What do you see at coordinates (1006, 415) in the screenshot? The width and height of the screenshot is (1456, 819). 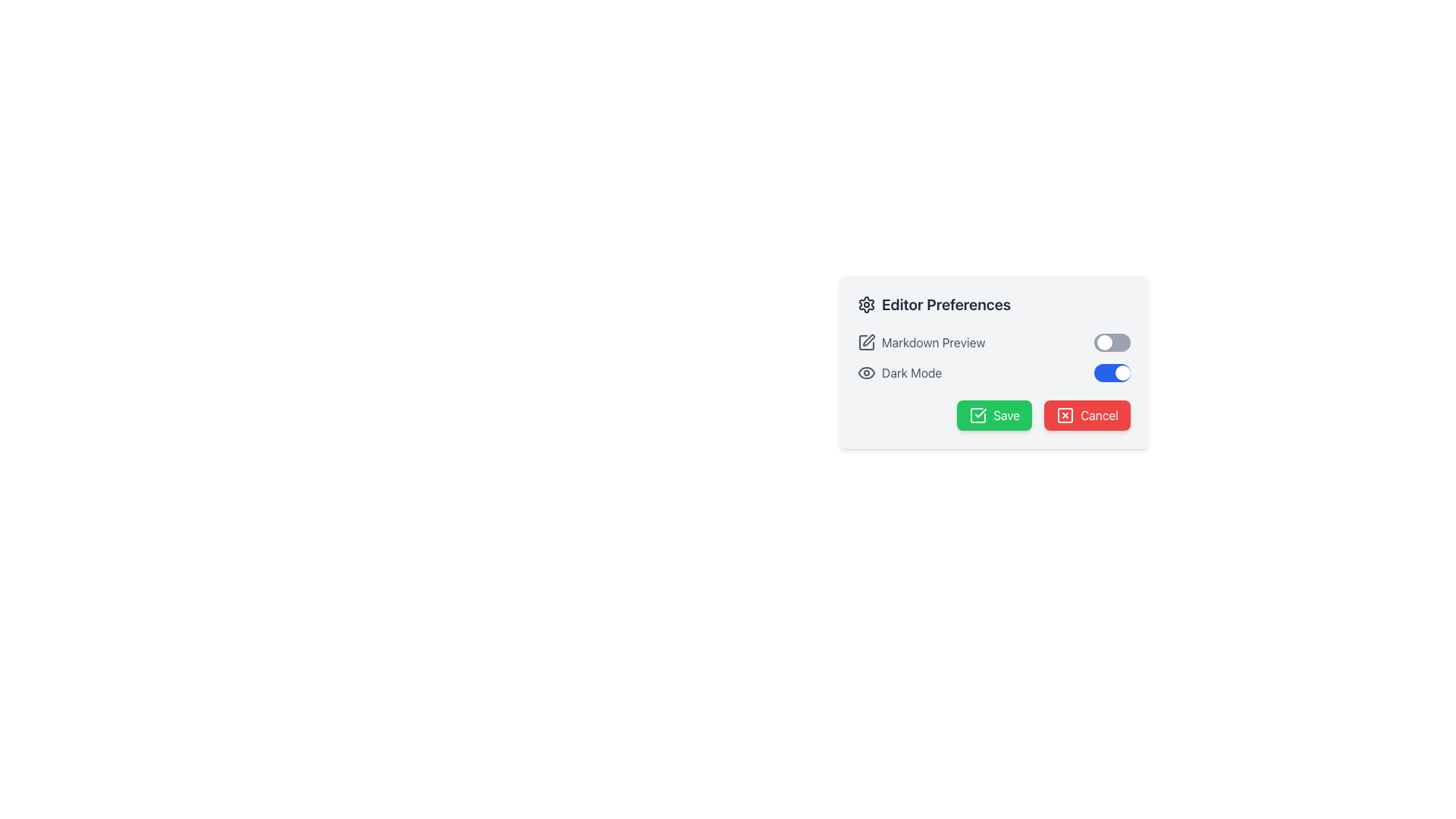 I see `the 'Save' text label of the button located at the bottom of the 'Editor Preferences' modal` at bounding box center [1006, 415].